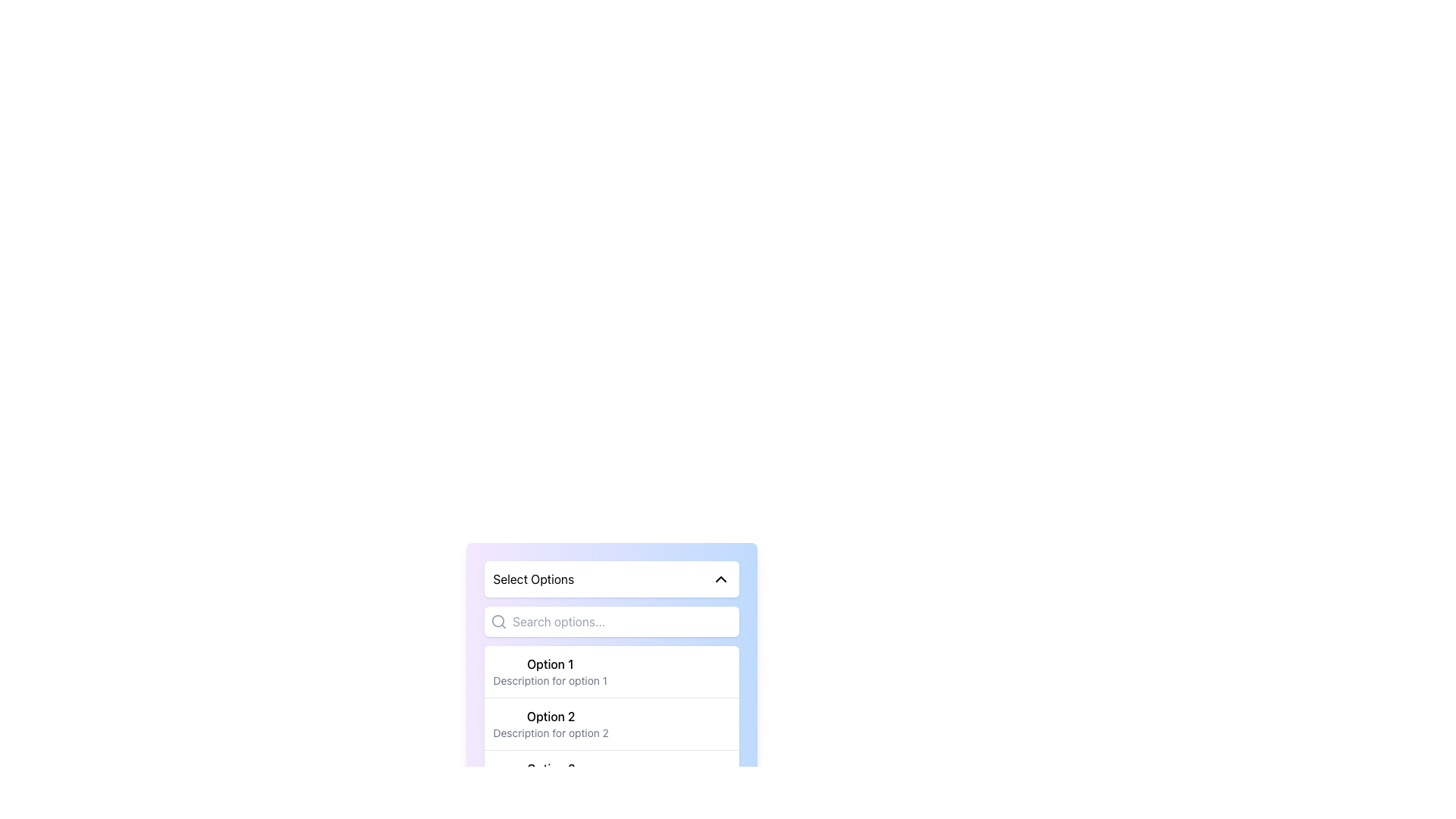  What do you see at coordinates (720, 579) in the screenshot?
I see `the upward-pointing chevron icon next to the 'Select Options' button` at bounding box center [720, 579].